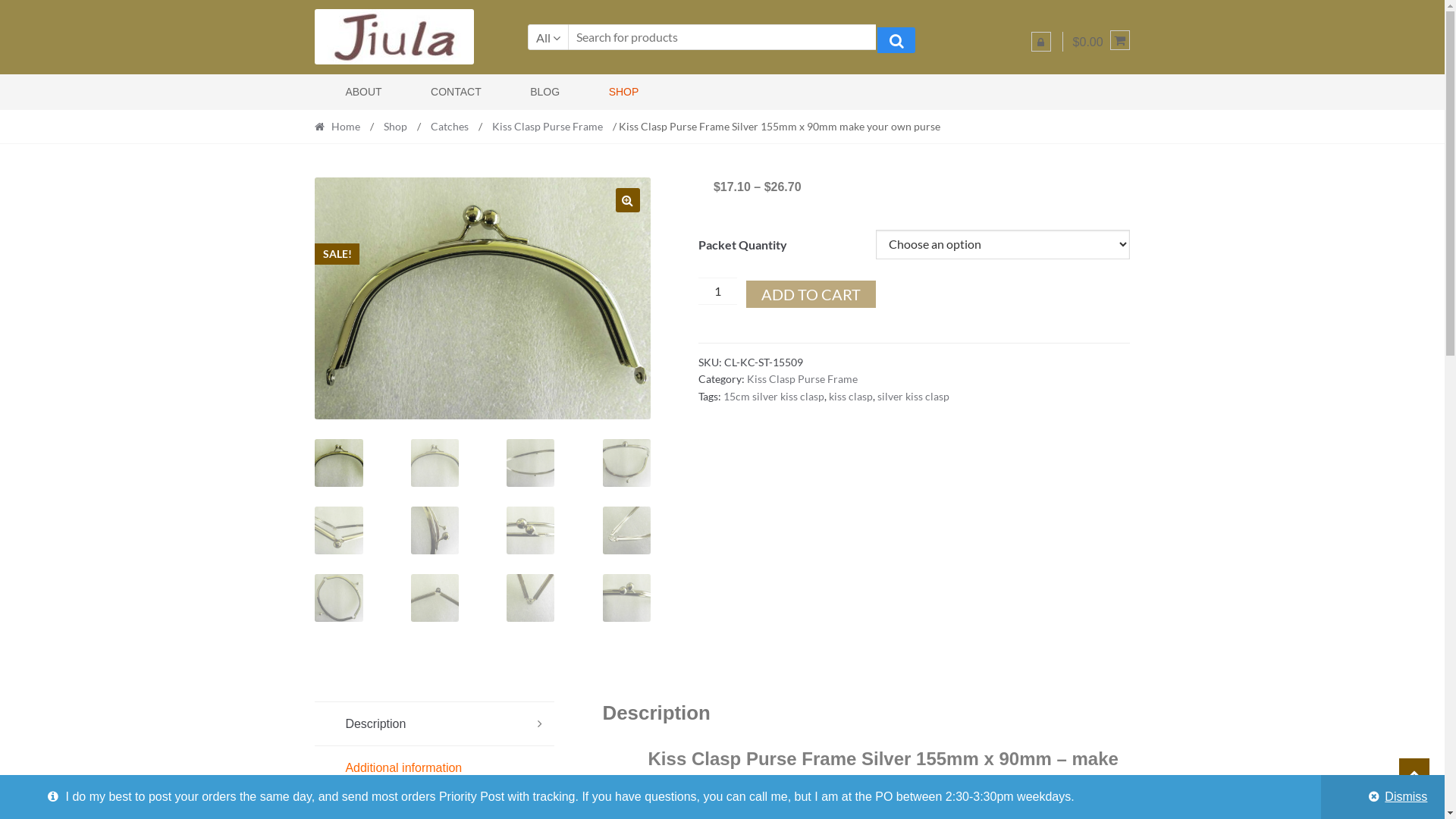 The image size is (1456, 819). Describe the element at coordinates (391, 92) in the screenshot. I see `'CONTACT'` at that location.